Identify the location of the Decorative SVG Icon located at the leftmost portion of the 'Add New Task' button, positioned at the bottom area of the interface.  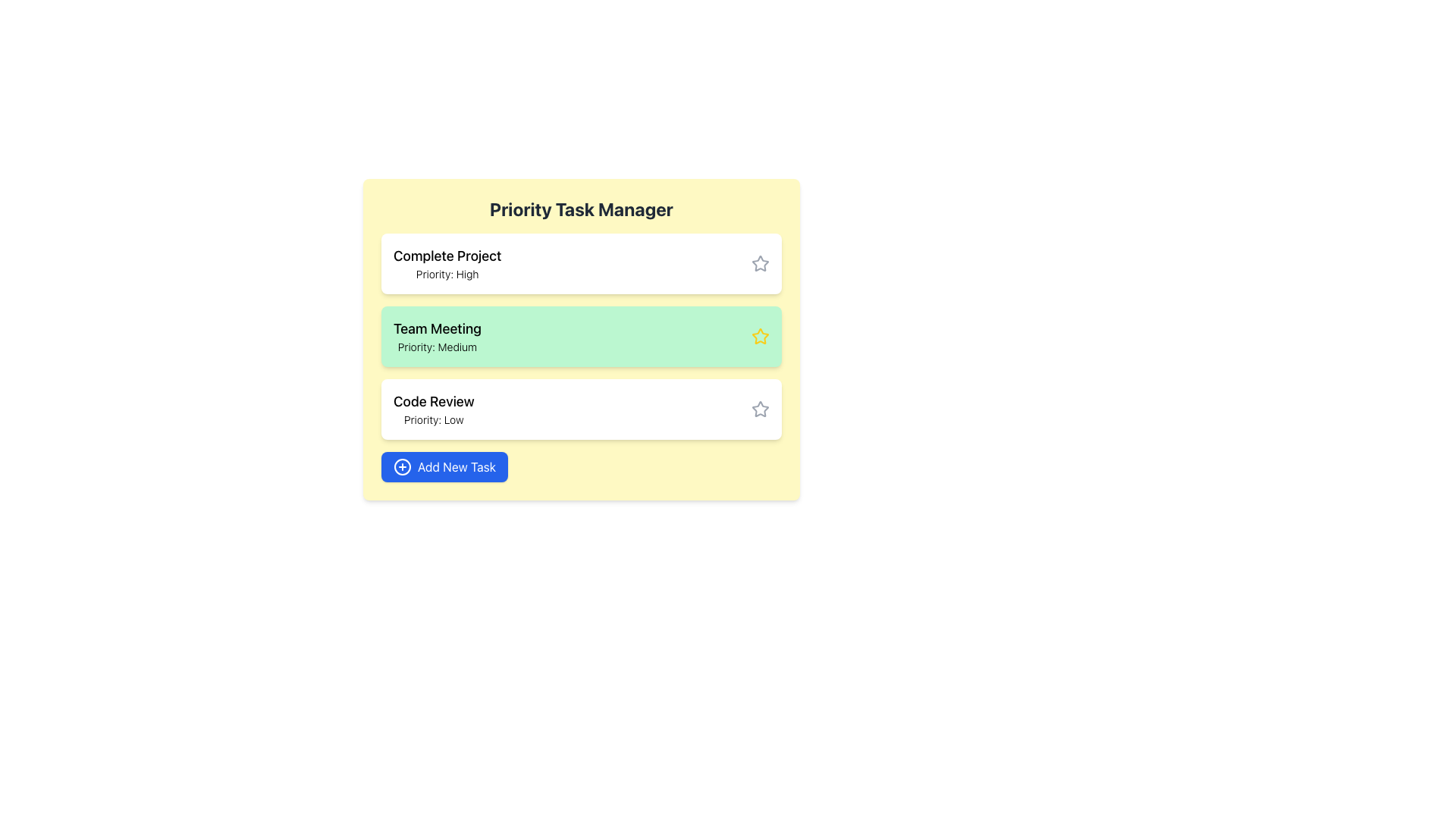
(403, 466).